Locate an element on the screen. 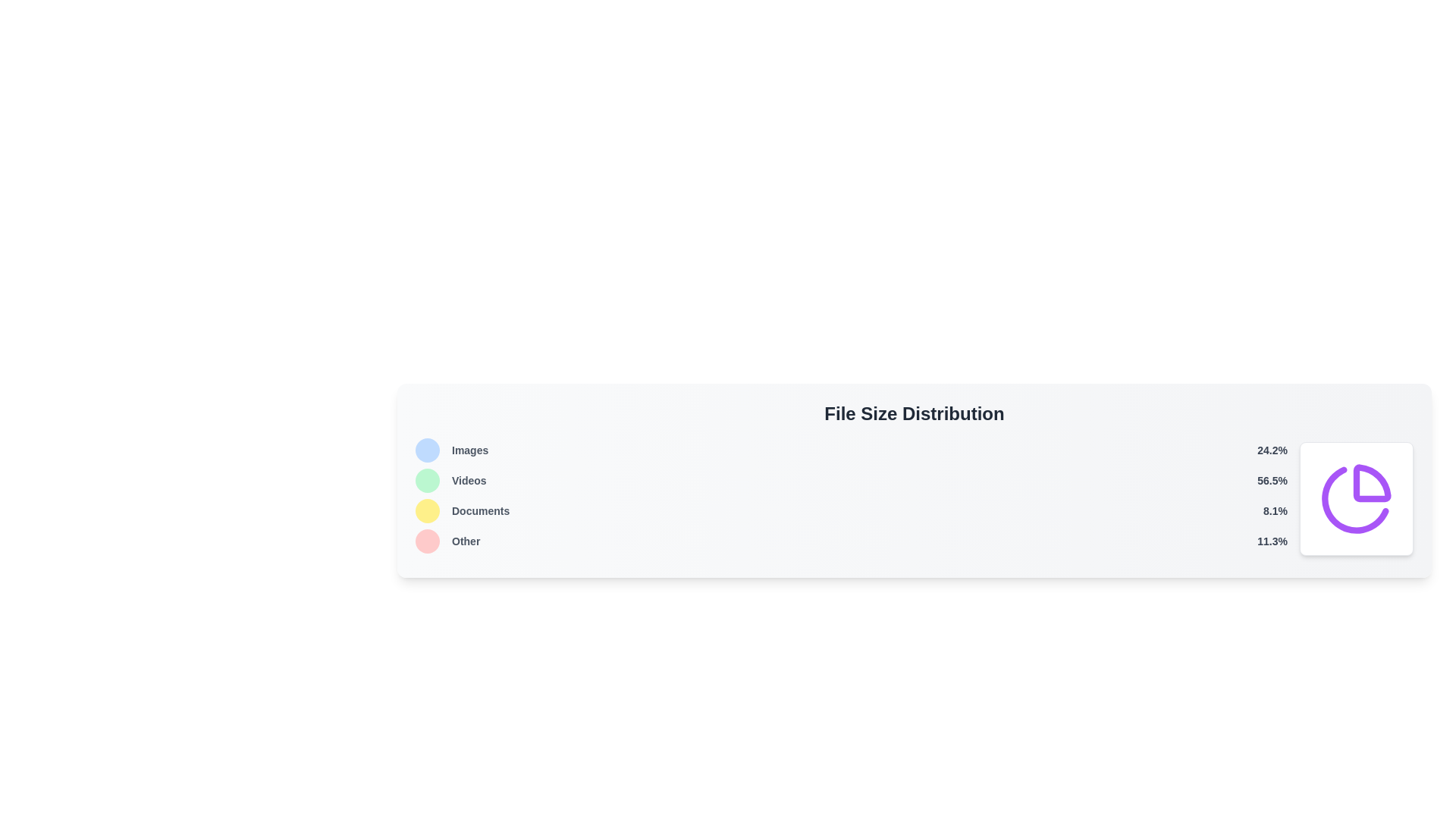 Image resolution: width=1456 pixels, height=819 pixels. the 'Other' text label is located at coordinates (465, 540).